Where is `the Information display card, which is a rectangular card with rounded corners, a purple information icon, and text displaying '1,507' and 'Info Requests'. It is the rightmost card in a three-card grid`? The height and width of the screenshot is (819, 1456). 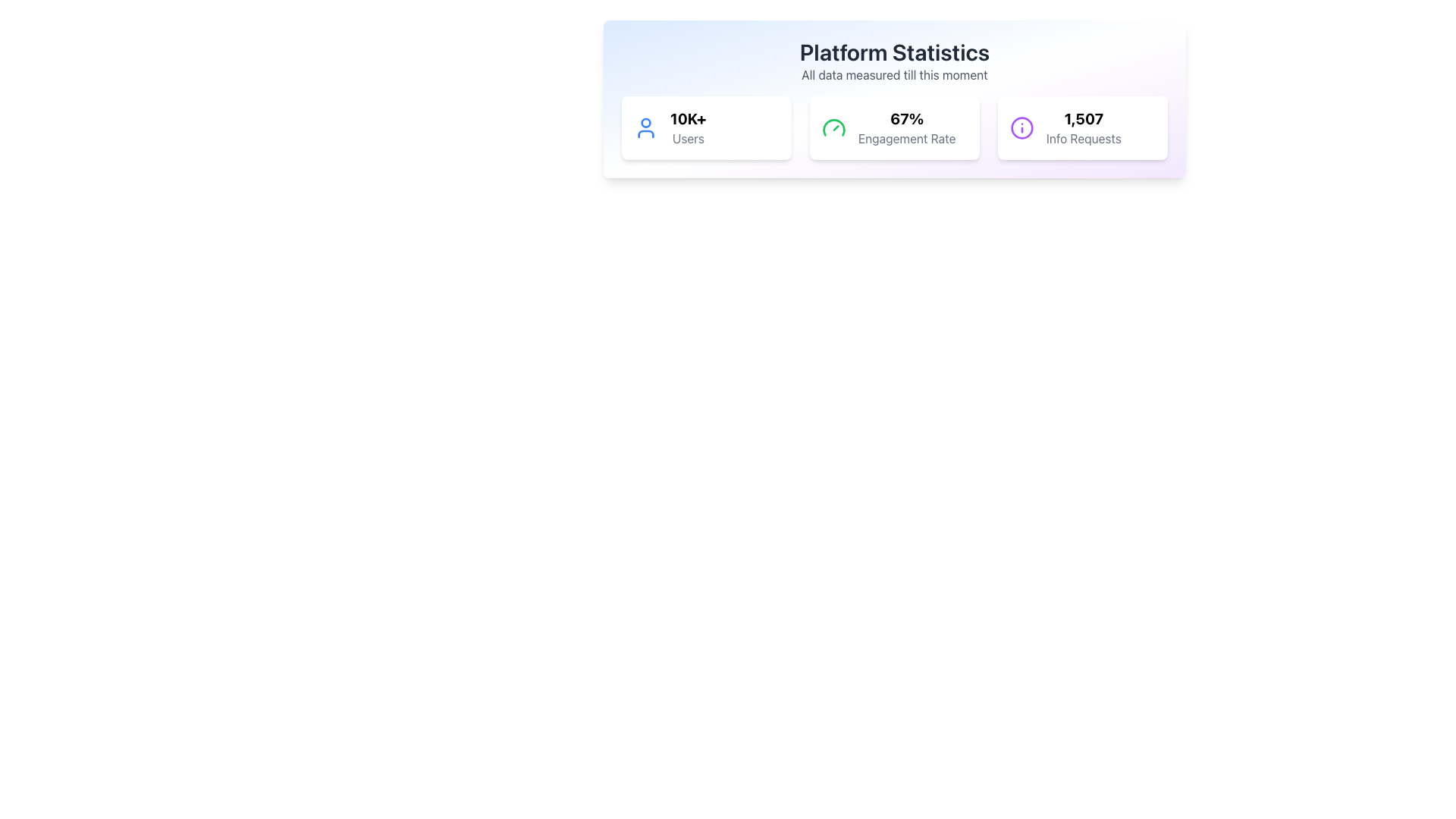 the Information display card, which is a rectangular card with rounded corners, a purple information icon, and text displaying '1,507' and 'Info Requests'. It is the rightmost card in a three-card grid is located at coordinates (1082, 127).